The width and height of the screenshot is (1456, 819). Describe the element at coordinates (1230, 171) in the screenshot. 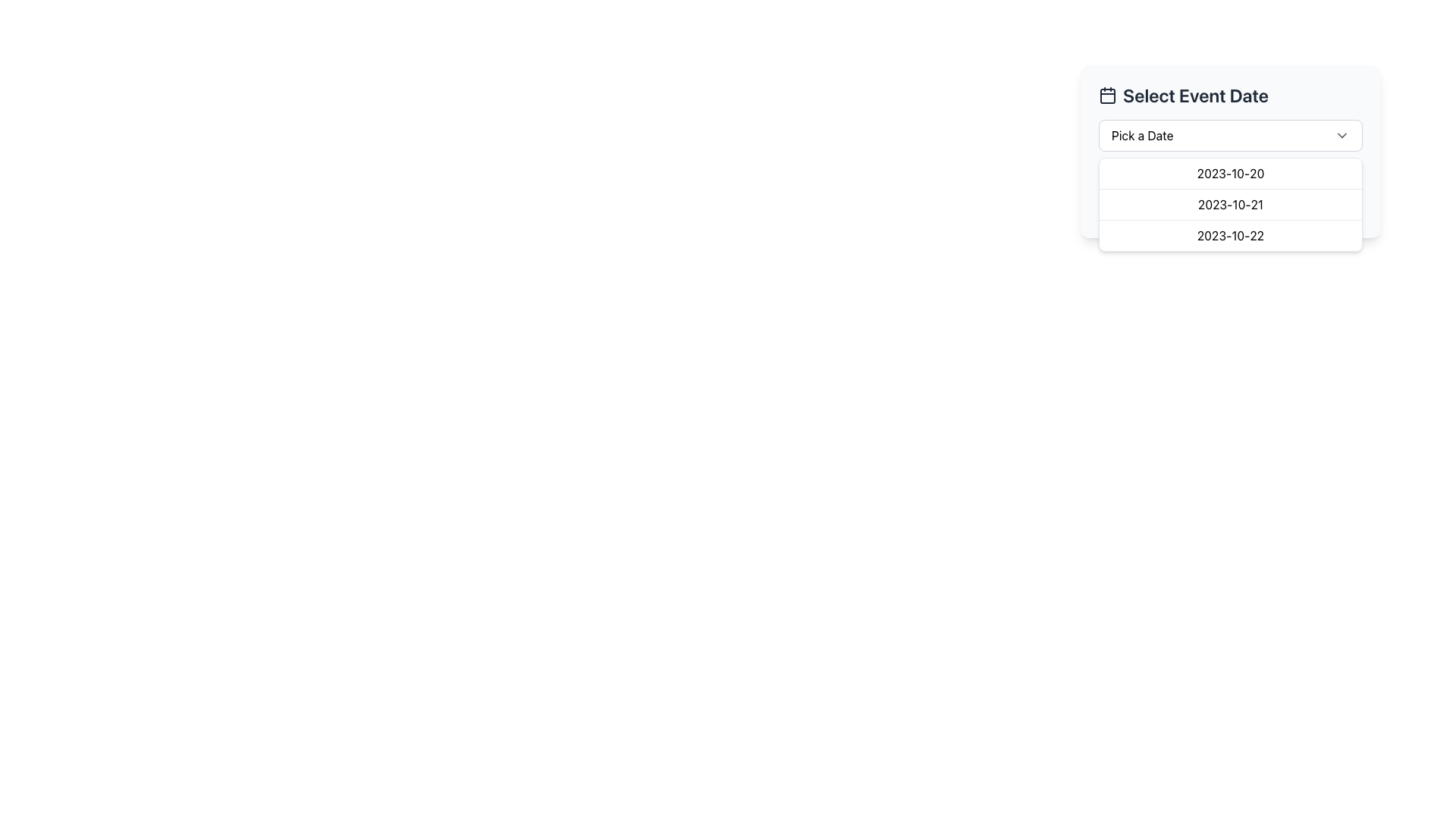

I see `the text label component that provides context for the event description input field` at that location.